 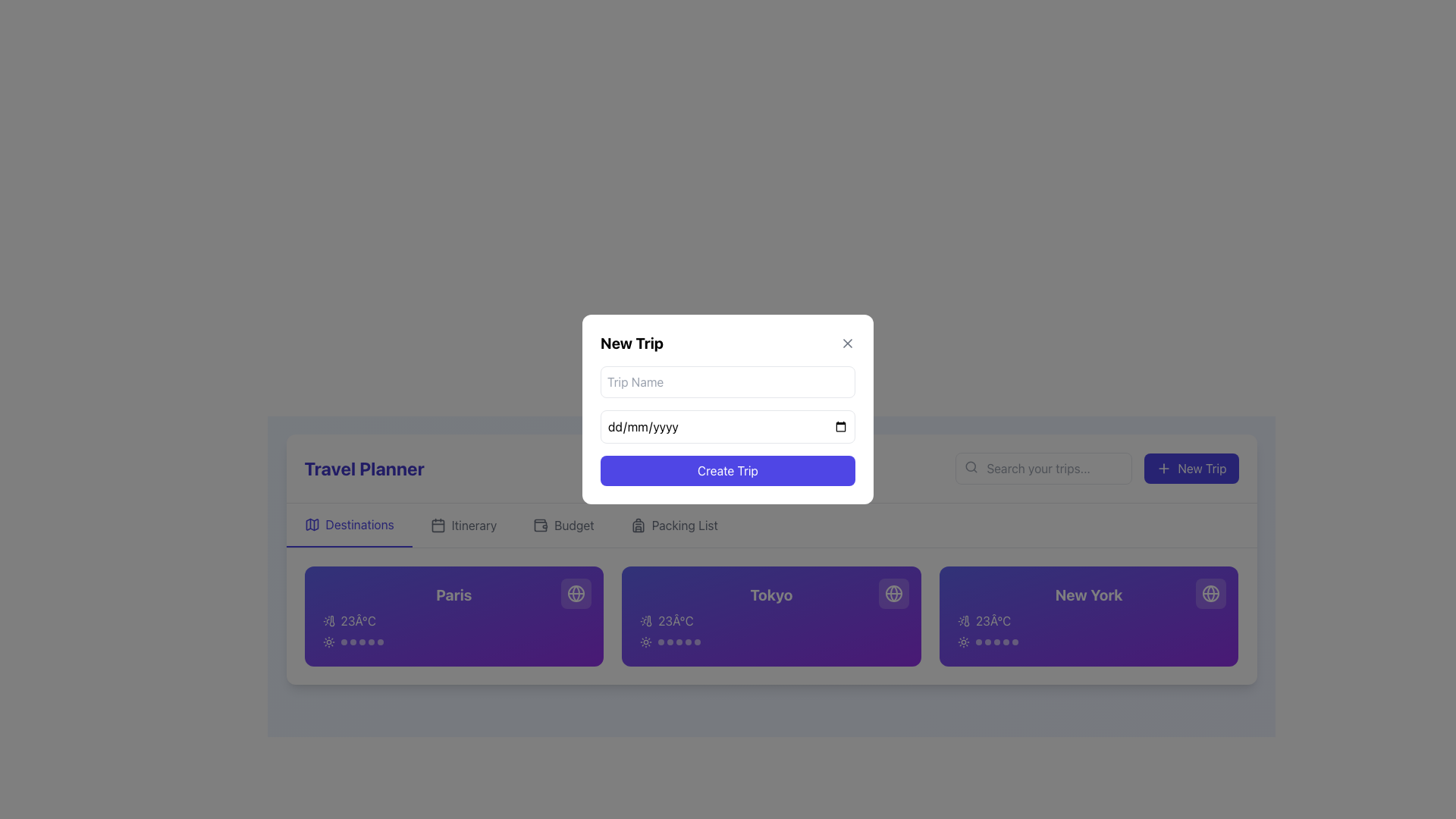 What do you see at coordinates (893, 593) in the screenshot?
I see `the location icon in the lower right region of the 'New York' trip card to enhance the user's comprehension of the information` at bounding box center [893, 593].